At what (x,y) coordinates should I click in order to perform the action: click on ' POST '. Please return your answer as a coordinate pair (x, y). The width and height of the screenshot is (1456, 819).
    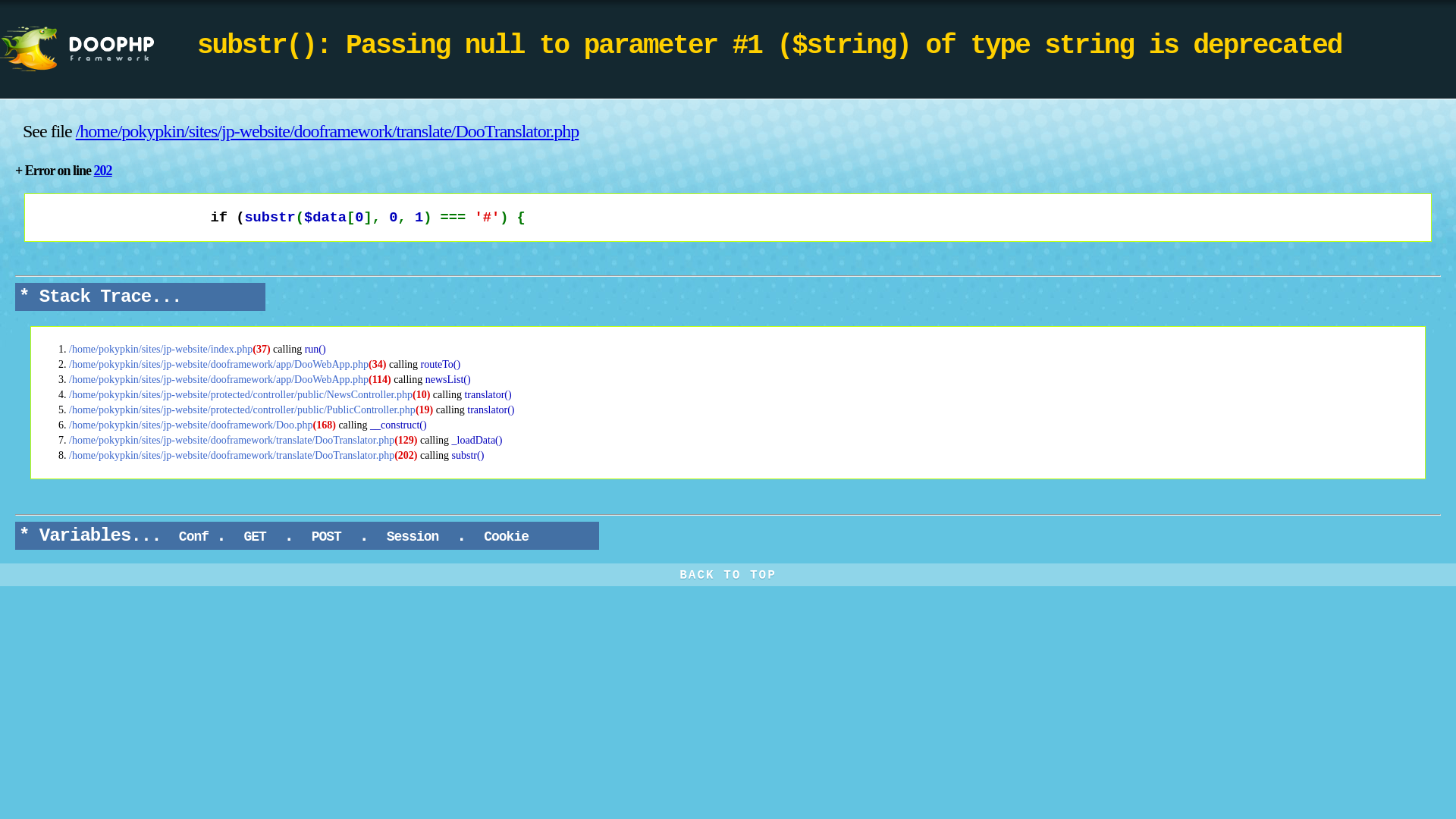
    Looking at the image, I should click on (325, 536).